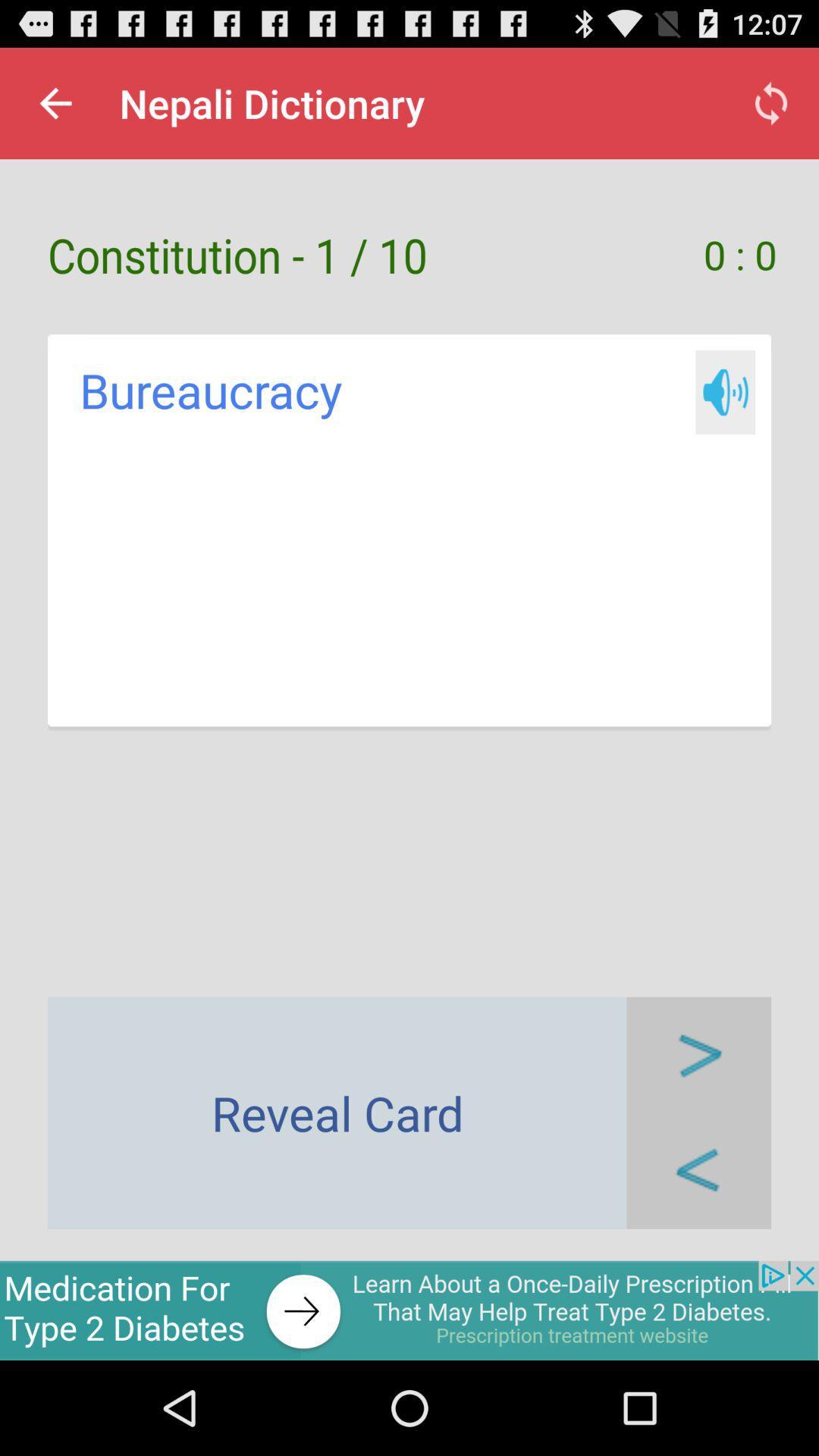  I want to click on next, so click(698, 1054).